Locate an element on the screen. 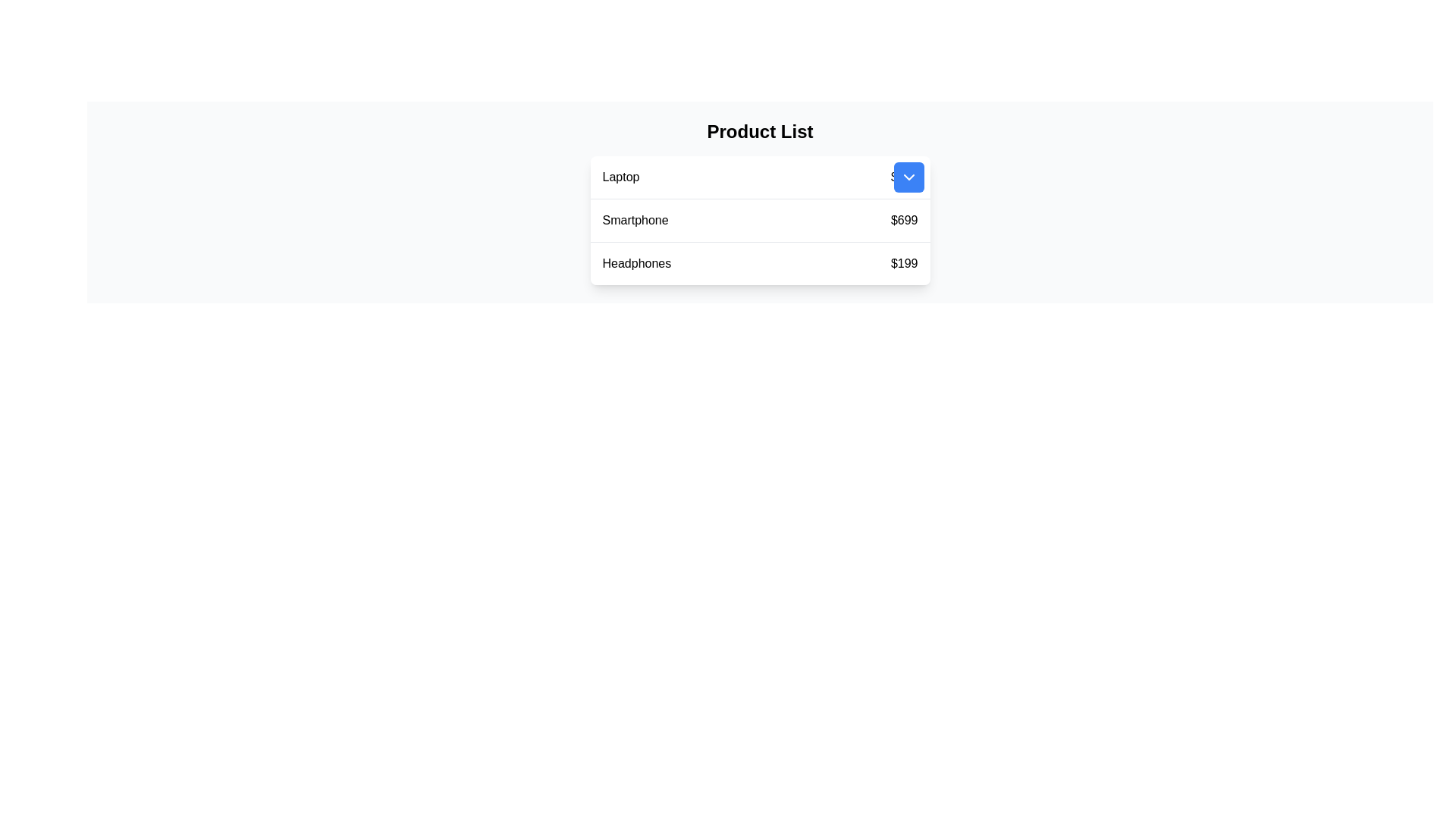 Image resolution: width=1456 pixels, height=819 pixels. the selectable item in the product list representing the 'Smartphone' priced at $699, which is located as the second item in the list is located at coordinates (760, 221).